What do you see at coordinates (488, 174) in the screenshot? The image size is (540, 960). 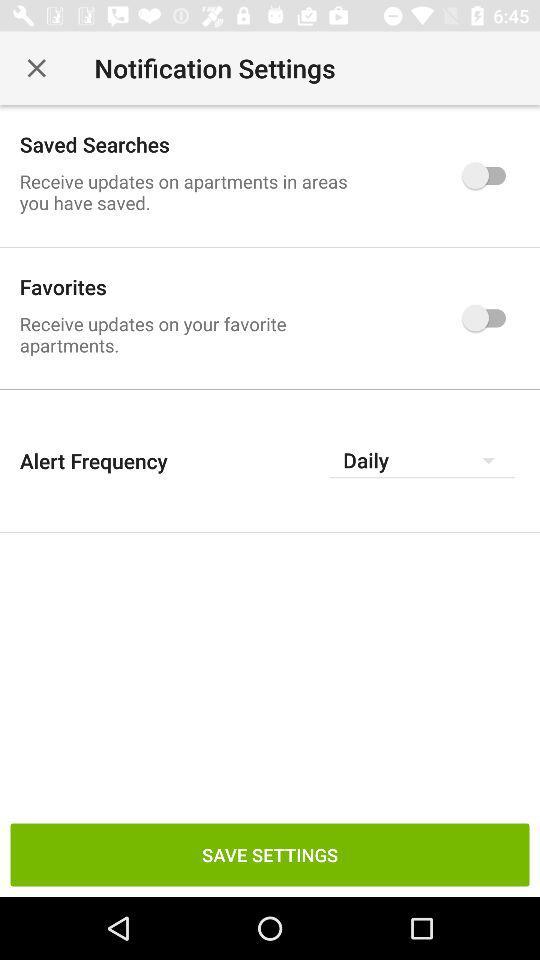 I see `autoplay option` at bounding box center [488, 174].